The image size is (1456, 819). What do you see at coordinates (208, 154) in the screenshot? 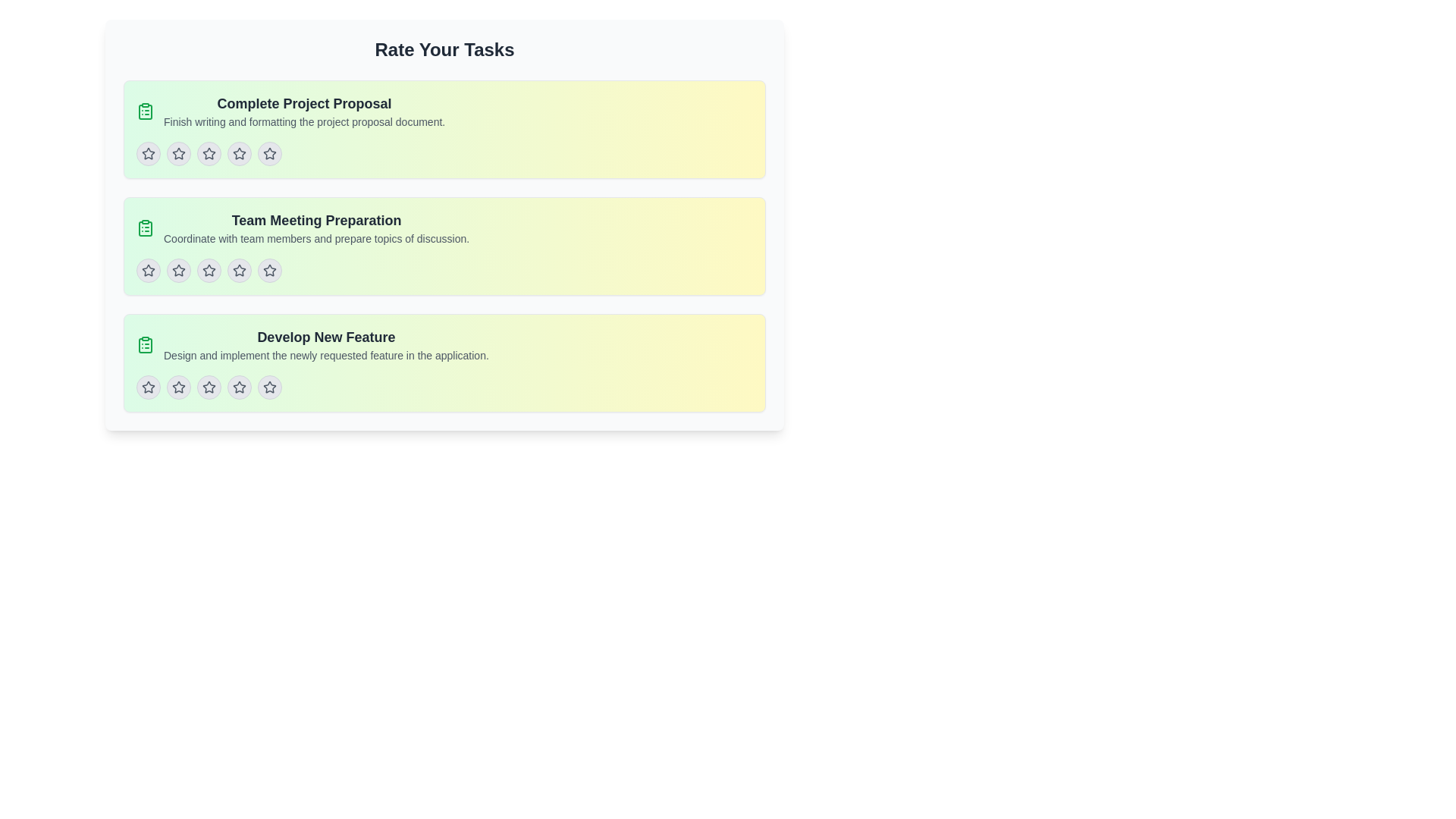
I see `the second star from the left in the rating stars for the 'Complete Project Proposal' task` at bounding box center [208, 154].